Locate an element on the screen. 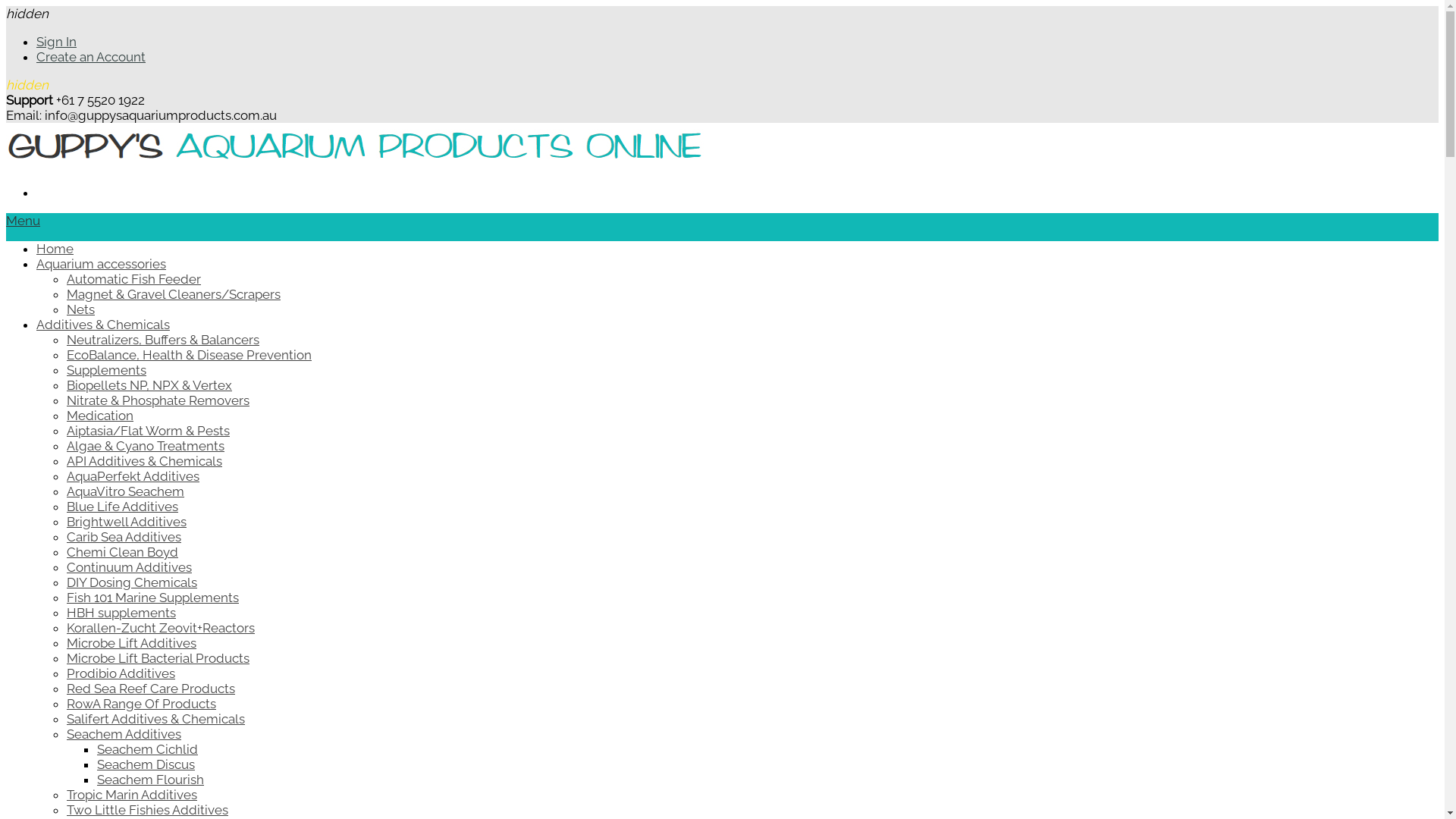  'Continuum Additives' is located at coordinates (129, 567).